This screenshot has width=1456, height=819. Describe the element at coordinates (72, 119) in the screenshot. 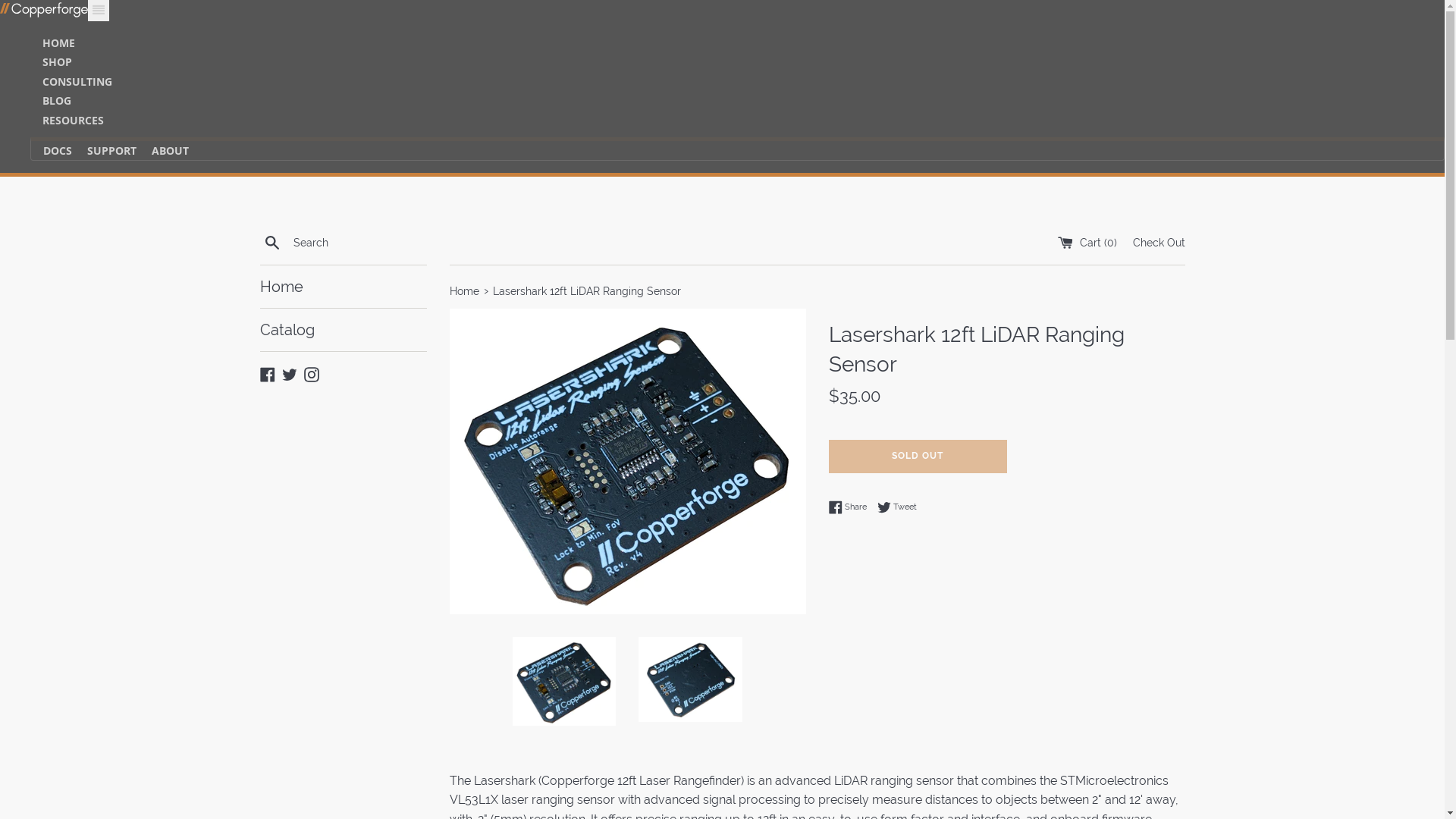

I see `'RESOURCES'` at that location.